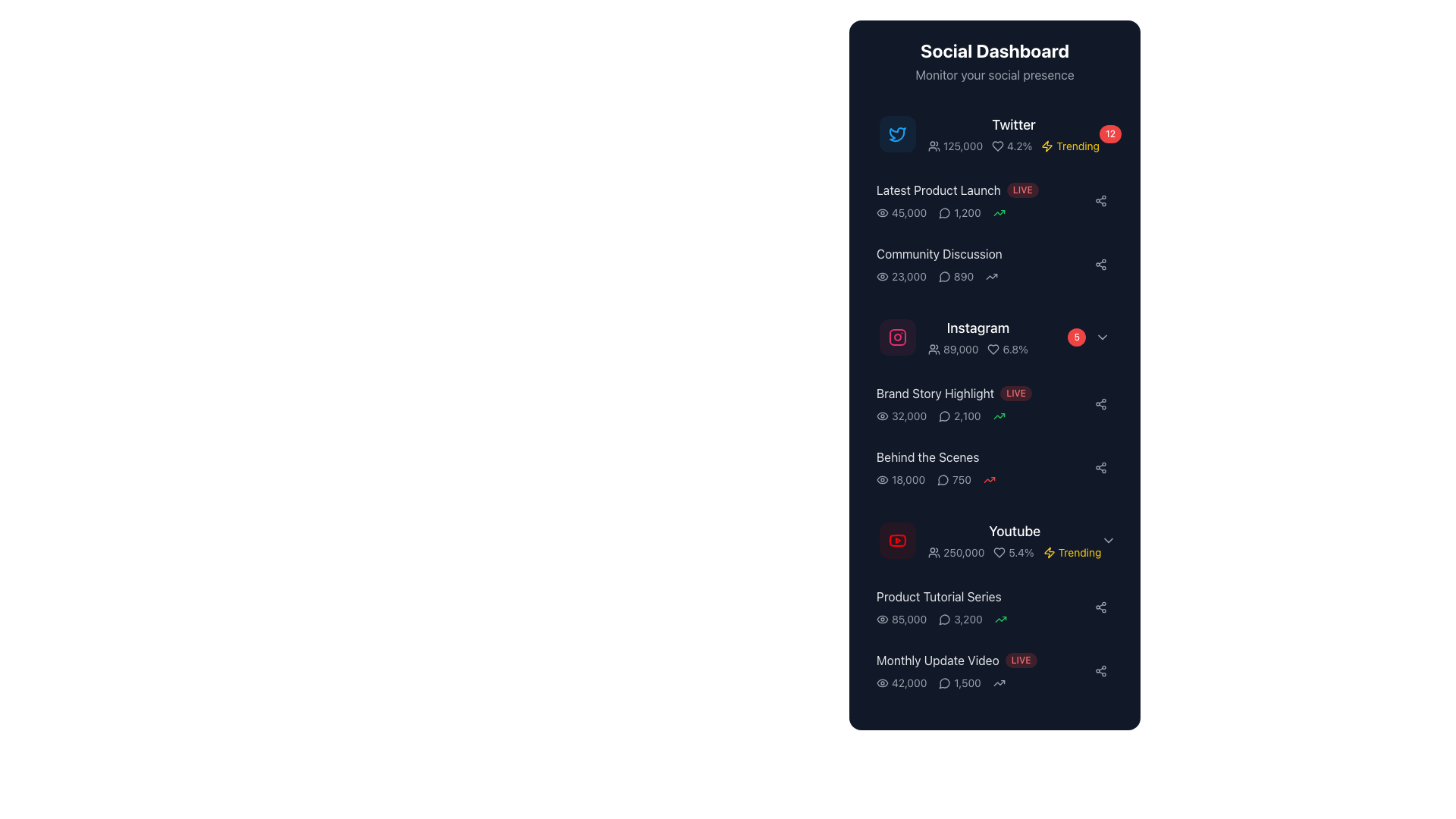 The image size is (1456, 819). Describe the element at coordinates (1012, 146) in the screenshot. I see `the static text displaying the percentage value related to the Twitter account metrics, which is positioned to the right of the heart icon in the dashboard` at that location.